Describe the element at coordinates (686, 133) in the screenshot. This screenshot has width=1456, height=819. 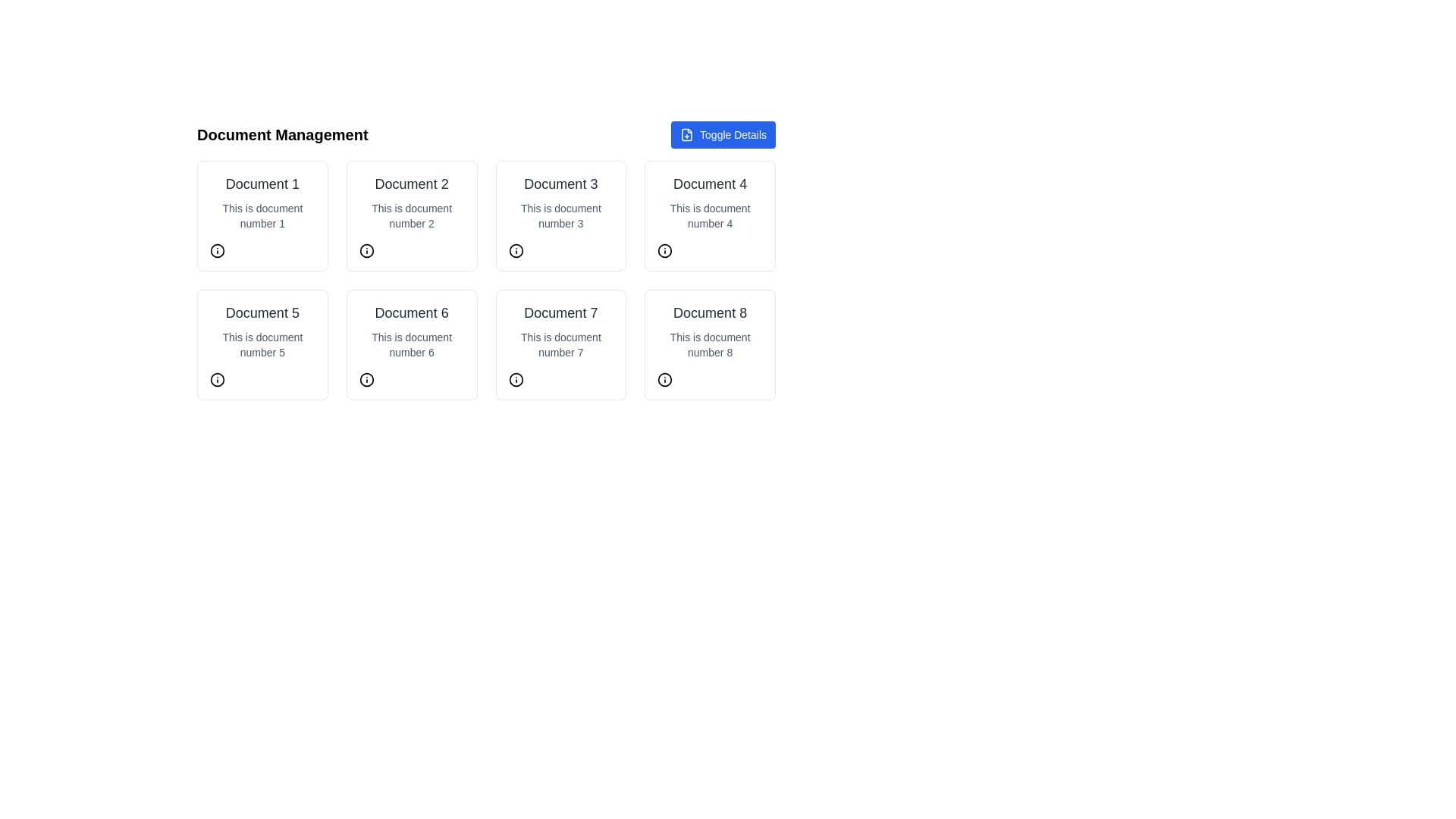
I see `the new document icon located at the top right corner of the interface, next to the 'Toggle Details' text label` at that location.